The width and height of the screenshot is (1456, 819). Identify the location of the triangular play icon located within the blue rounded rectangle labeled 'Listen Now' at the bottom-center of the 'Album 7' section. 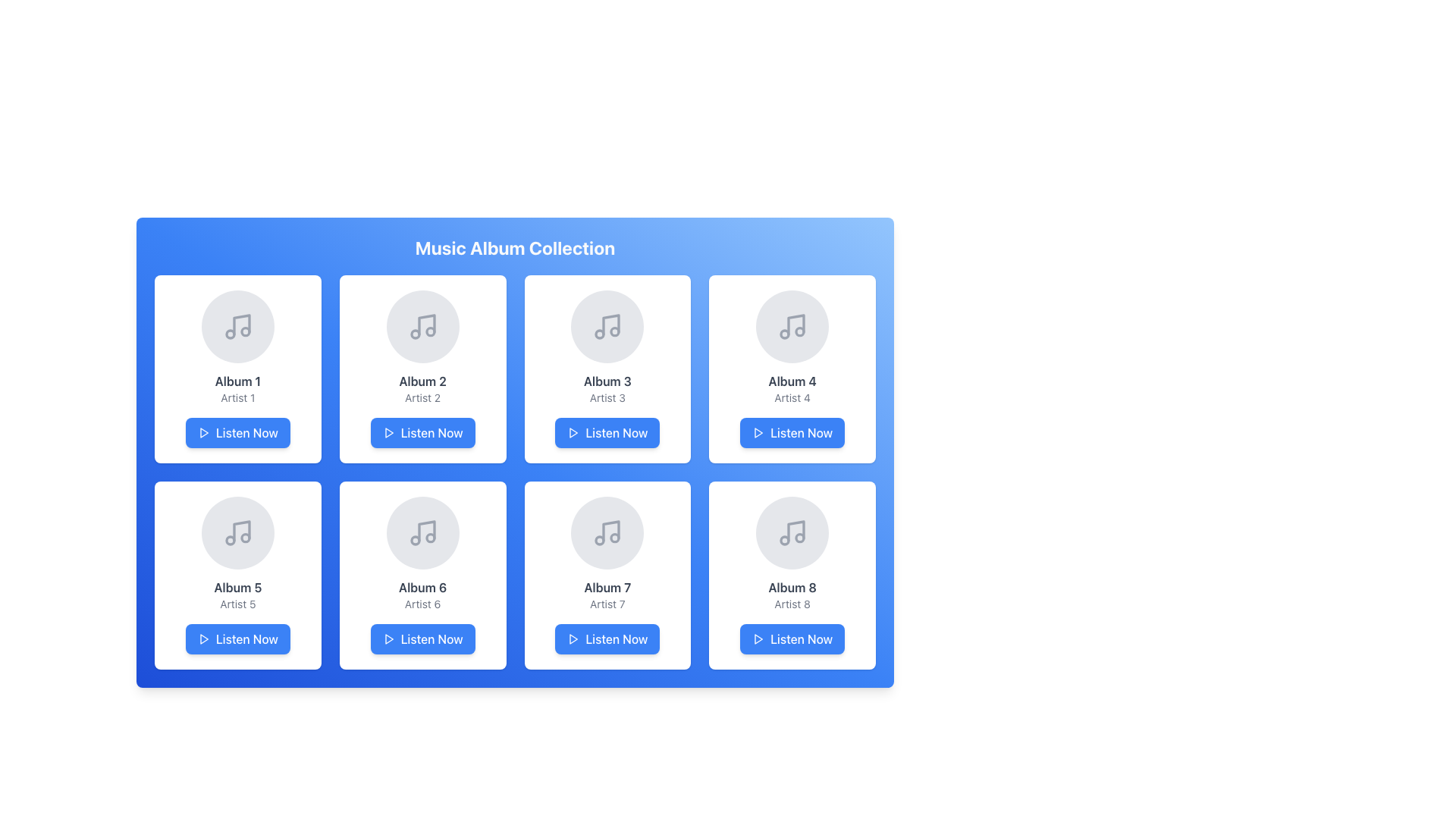
(573, 639).